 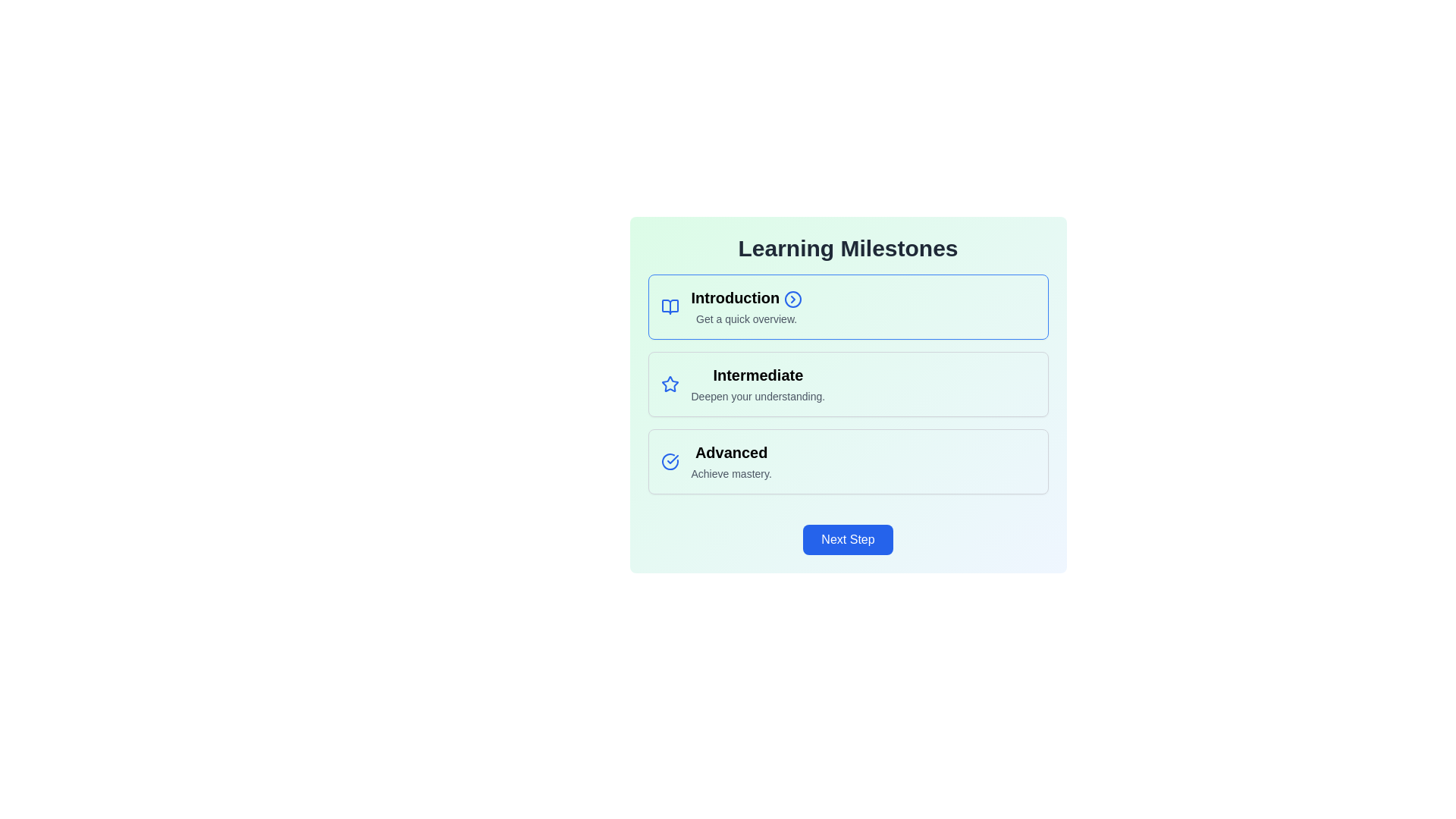 What do you see at coordinates (792, 299) in the screenshot?
I see `the SVG Circle element which is part of a right-chevron icon next to the 'Introduction' text in a highlighted box` at bounding box center [792, 299].